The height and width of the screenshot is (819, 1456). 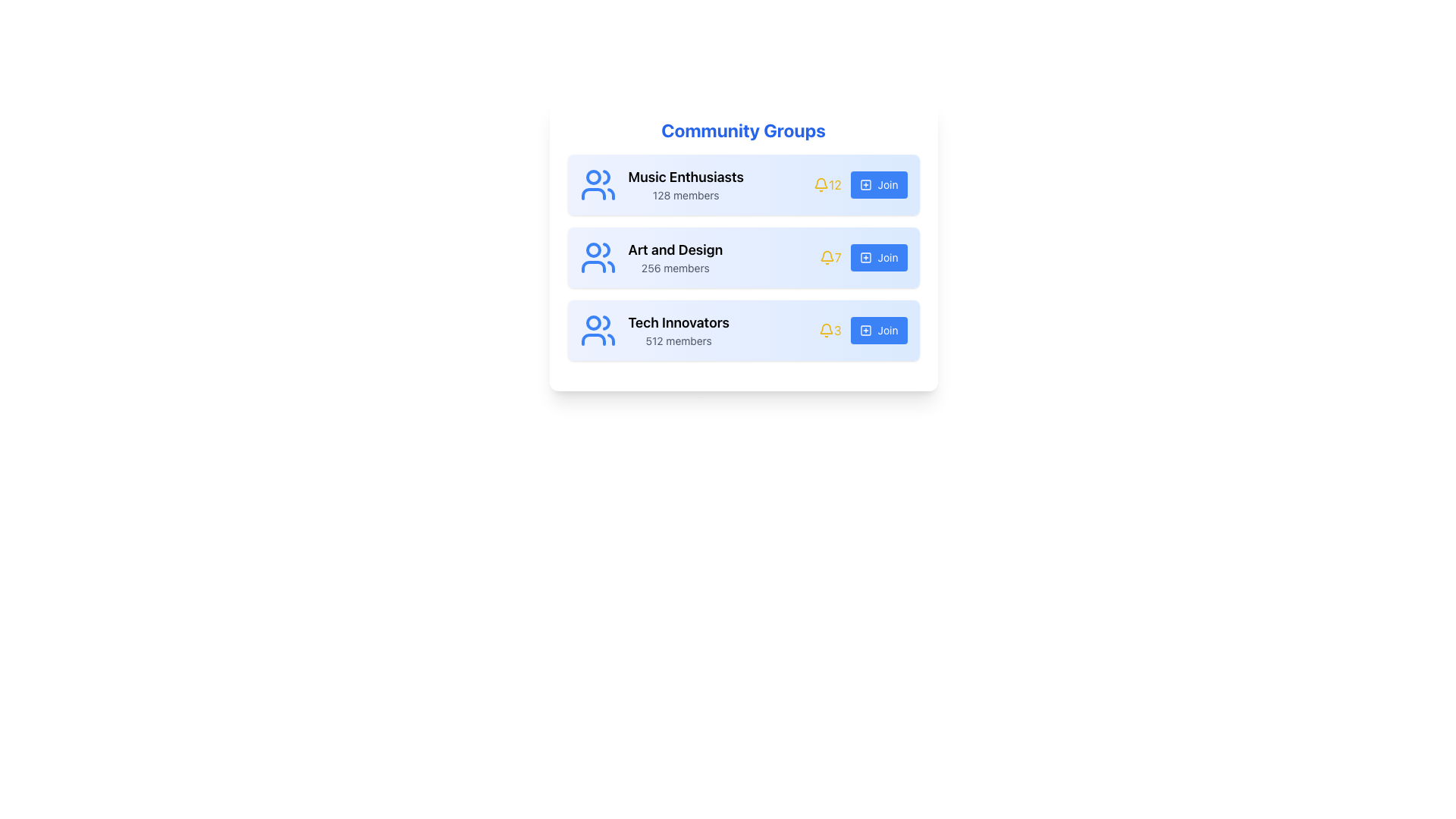 What do you see at coordinates (826, 256) in the screenshot?
I see `the yellow notification bell icon associated with the 'Art and Design' community group, located in the second row of the community groups list, to the left of the blue 'Join' button` at bounding box center [826, 256].